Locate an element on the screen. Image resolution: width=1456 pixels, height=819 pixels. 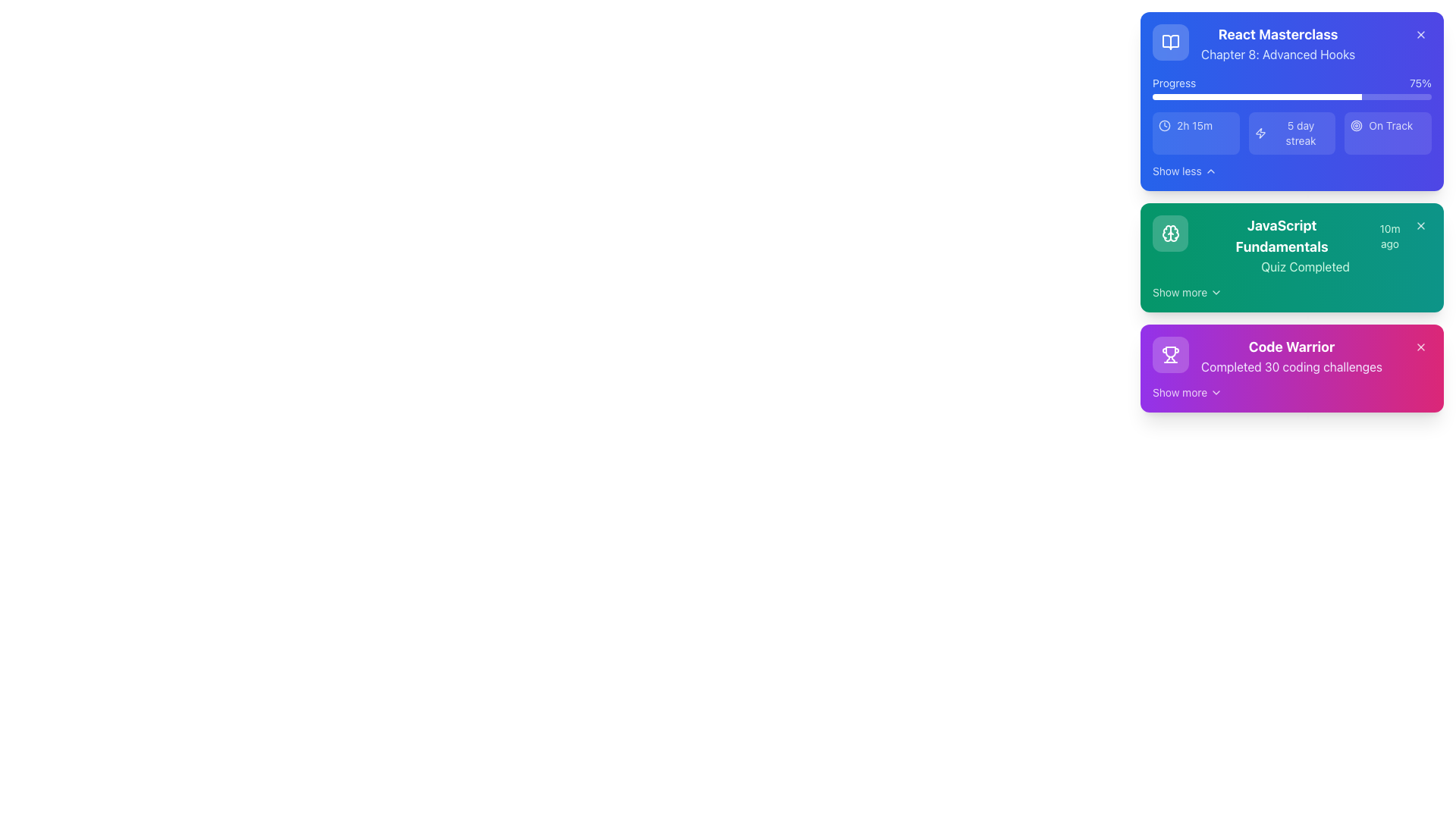
the 'Show more' text button located at the bottom of the 'Code Warrior' card is located at coordinates (1178, 391).